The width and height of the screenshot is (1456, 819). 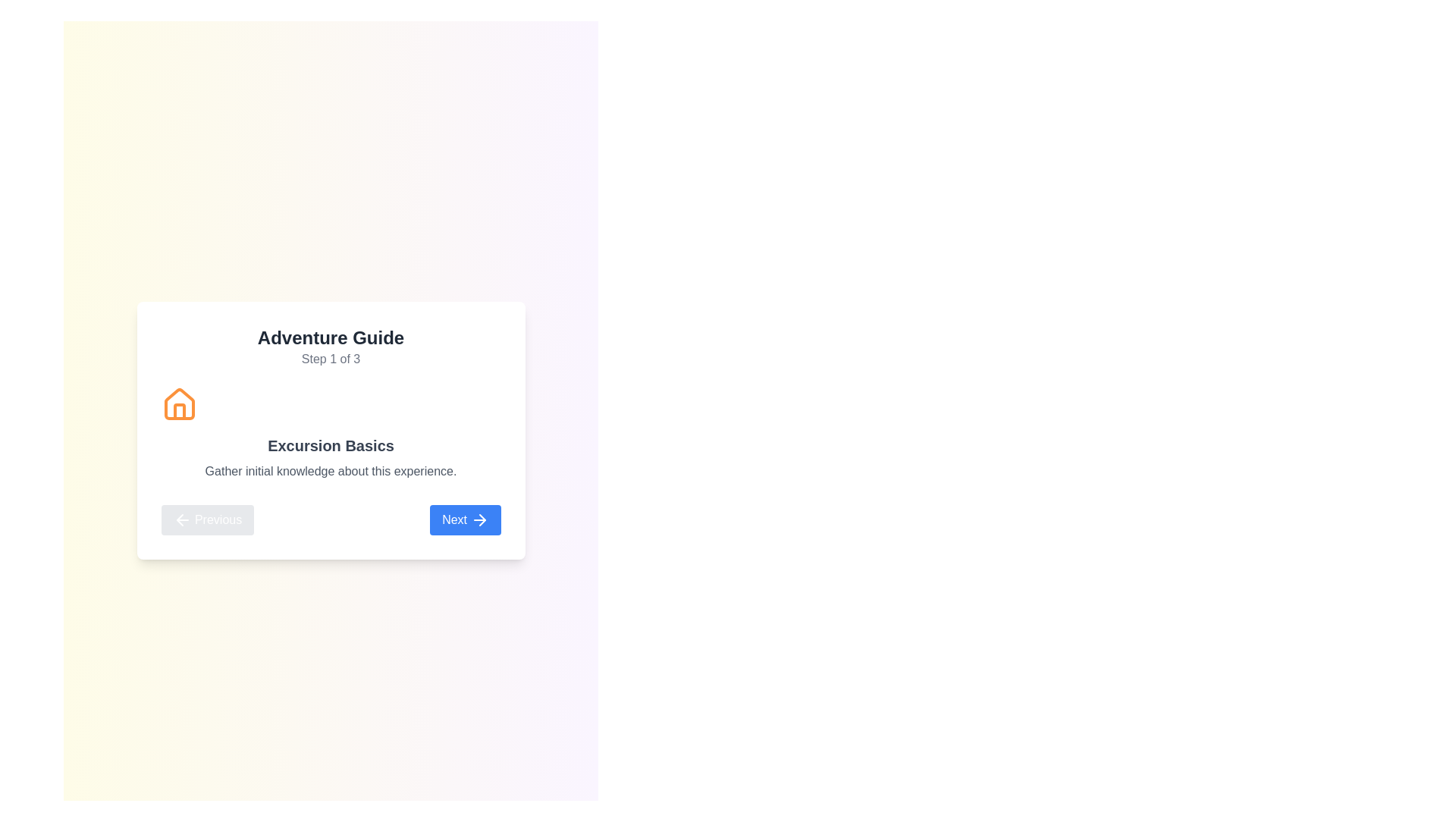 I want to click on the orange house icon located above the 'Excursion Basics' text and to the left of the 'Next' button in the card interface, so click(x=179, y=403).